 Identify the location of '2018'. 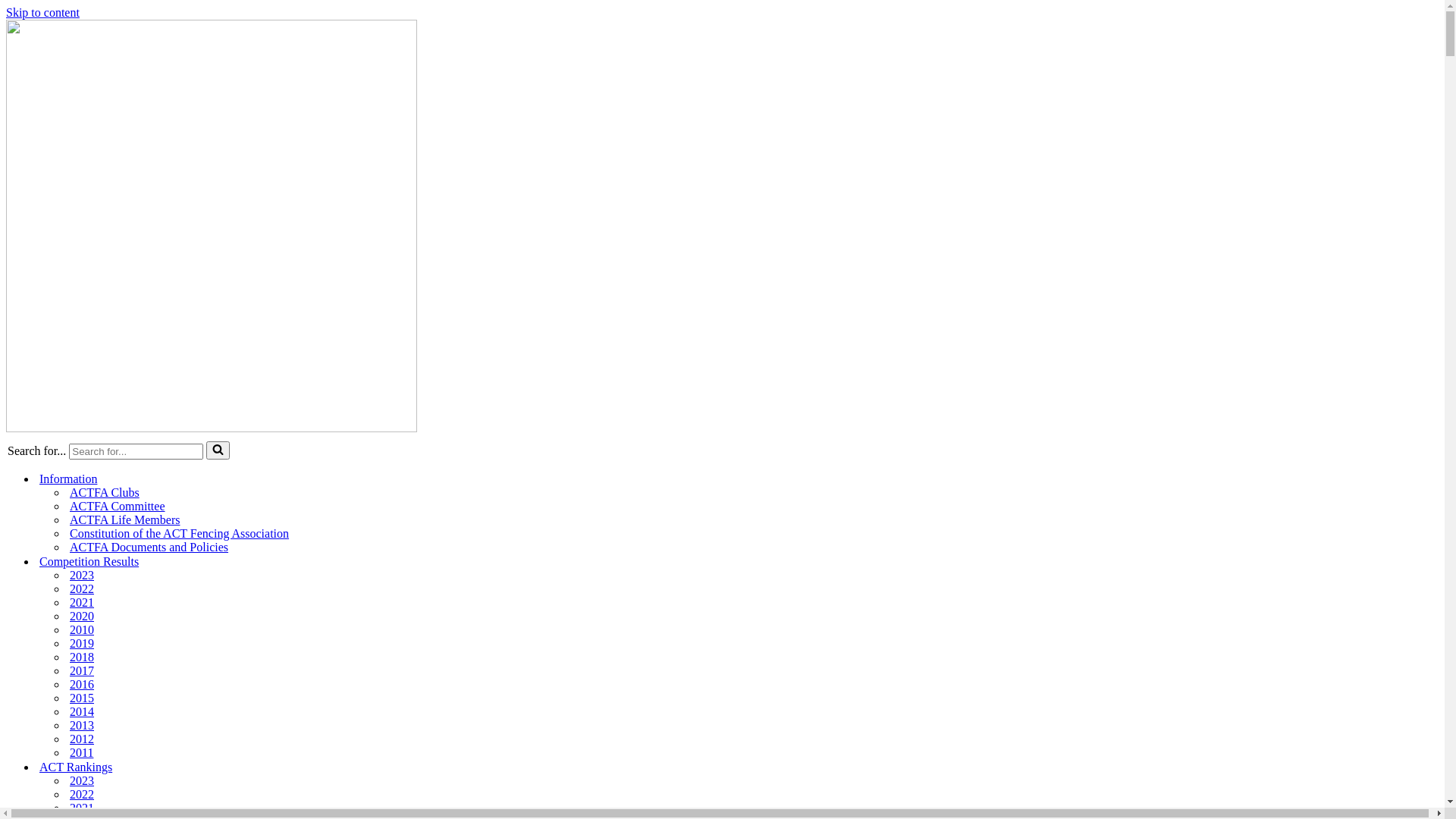
(81, 657).